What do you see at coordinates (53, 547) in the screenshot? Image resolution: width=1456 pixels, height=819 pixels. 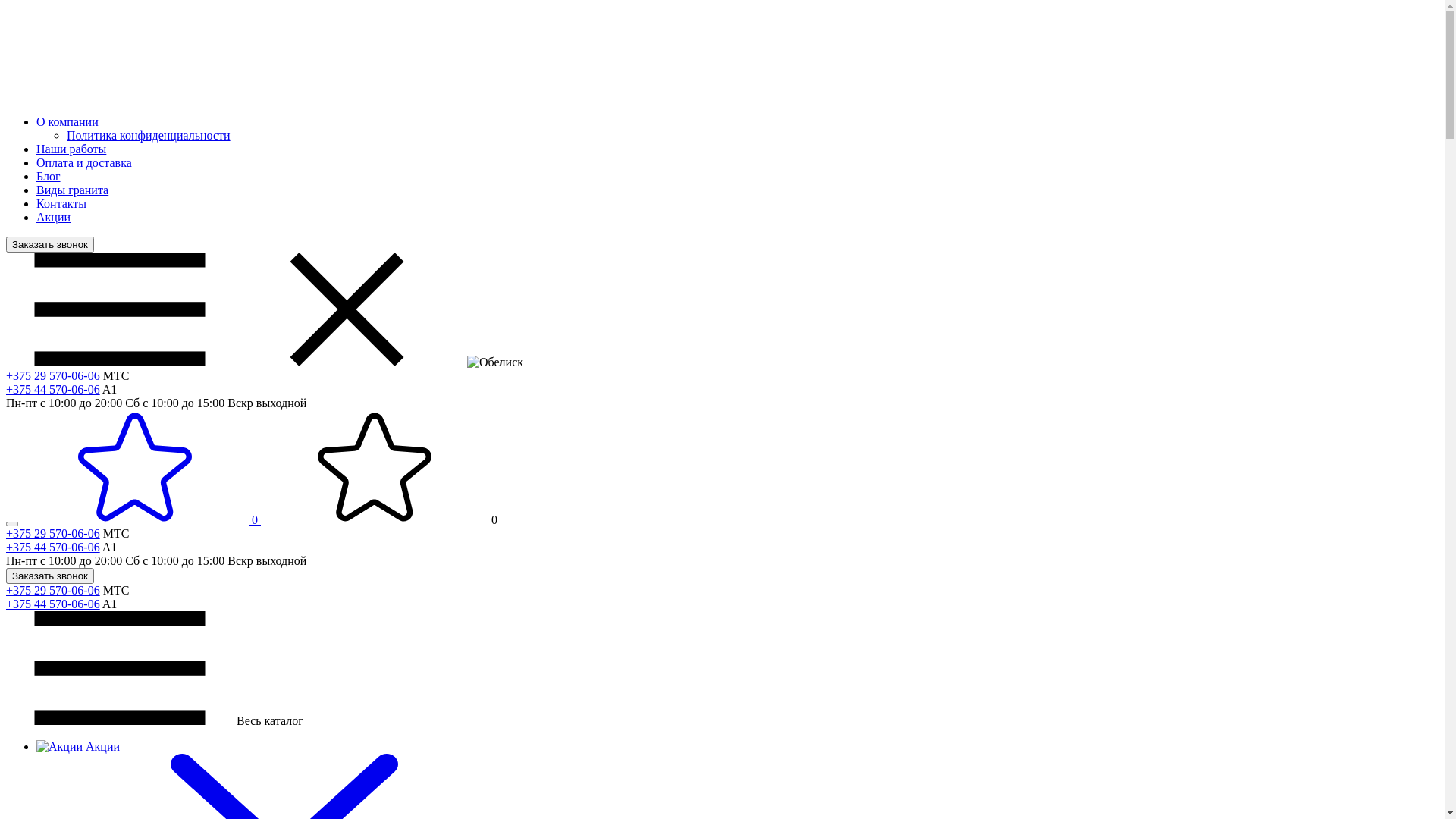 I see `'+375 44 570-06-06'` at bounding box center [53, 547].